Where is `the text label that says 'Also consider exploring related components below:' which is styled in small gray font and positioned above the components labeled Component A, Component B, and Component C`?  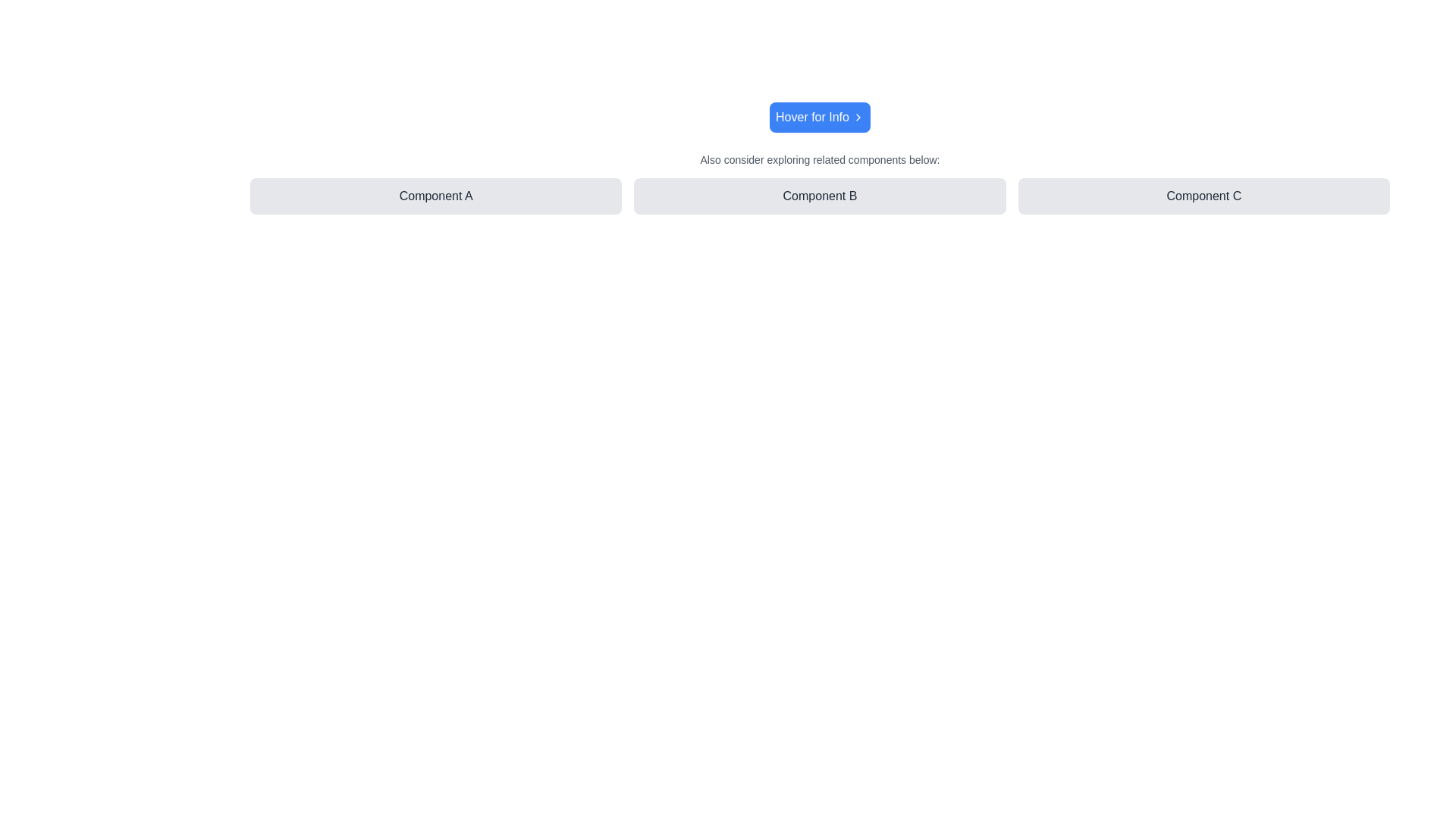
the text label that says 'Also consider exploring related components below:' which is styled in small gray font and positioned above the components labeled Component A, Component B, and Component C is located at coordinates (819, 160).